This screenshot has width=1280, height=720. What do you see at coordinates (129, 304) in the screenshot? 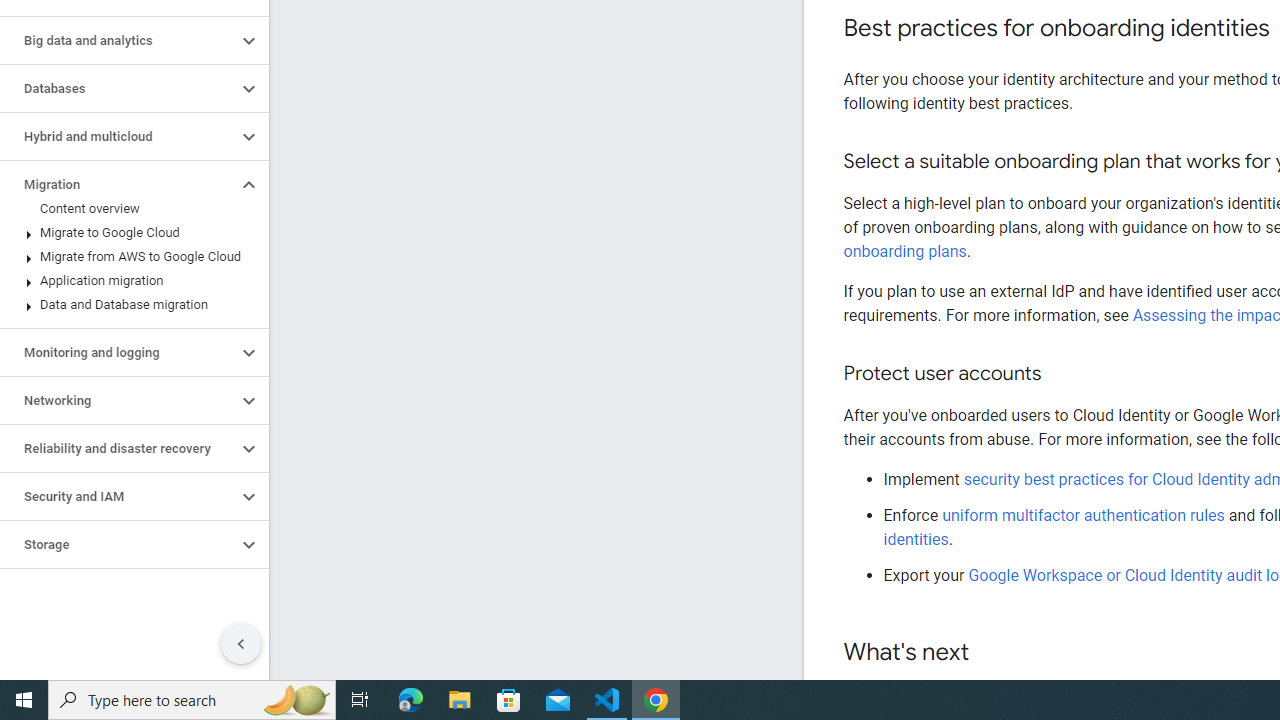
I see `'Data and Database migration'` at bounding box center [129, 304].